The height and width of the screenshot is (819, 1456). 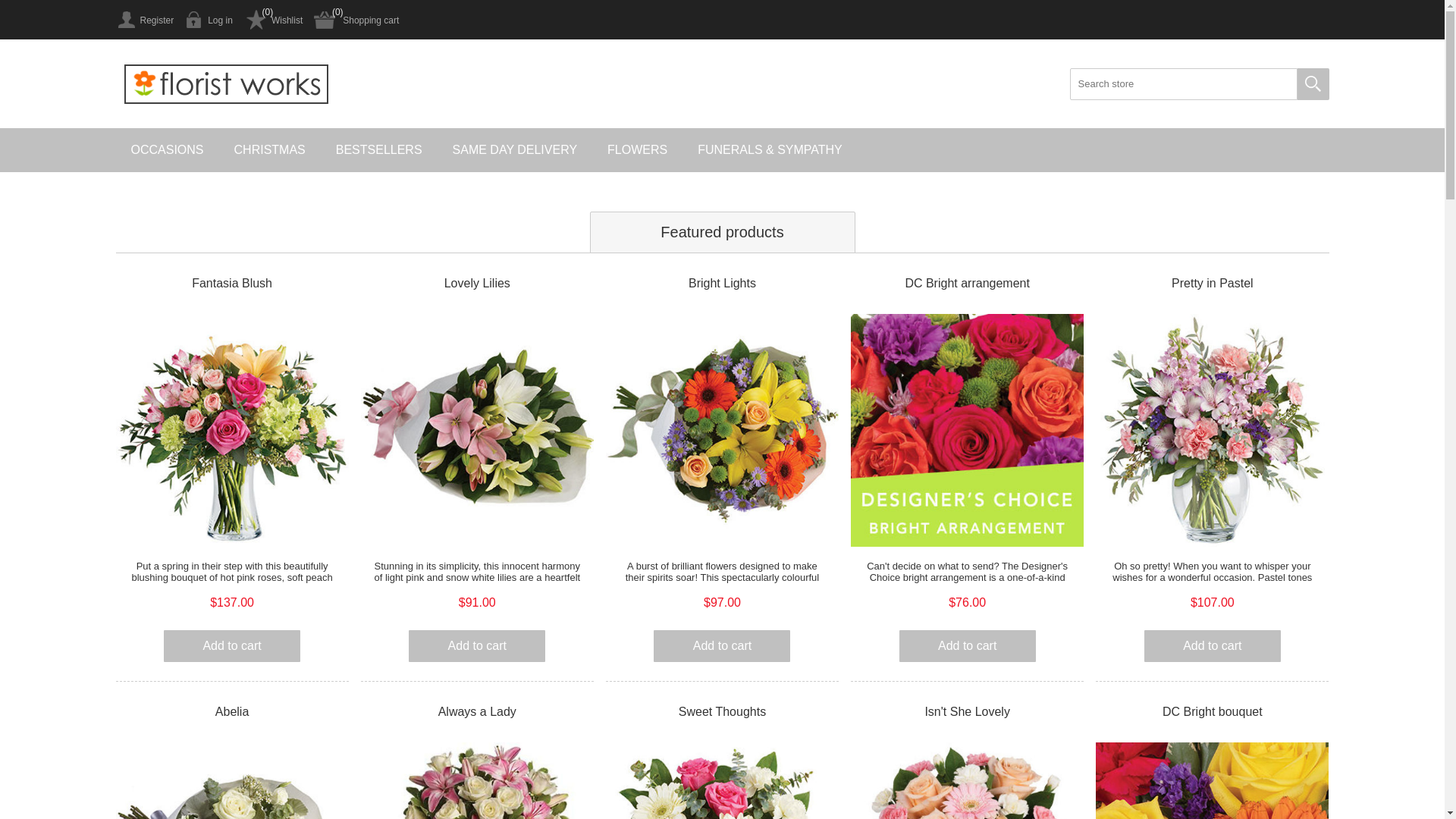 I want to click on 'FLOWERS', so click(x=637, y=149).